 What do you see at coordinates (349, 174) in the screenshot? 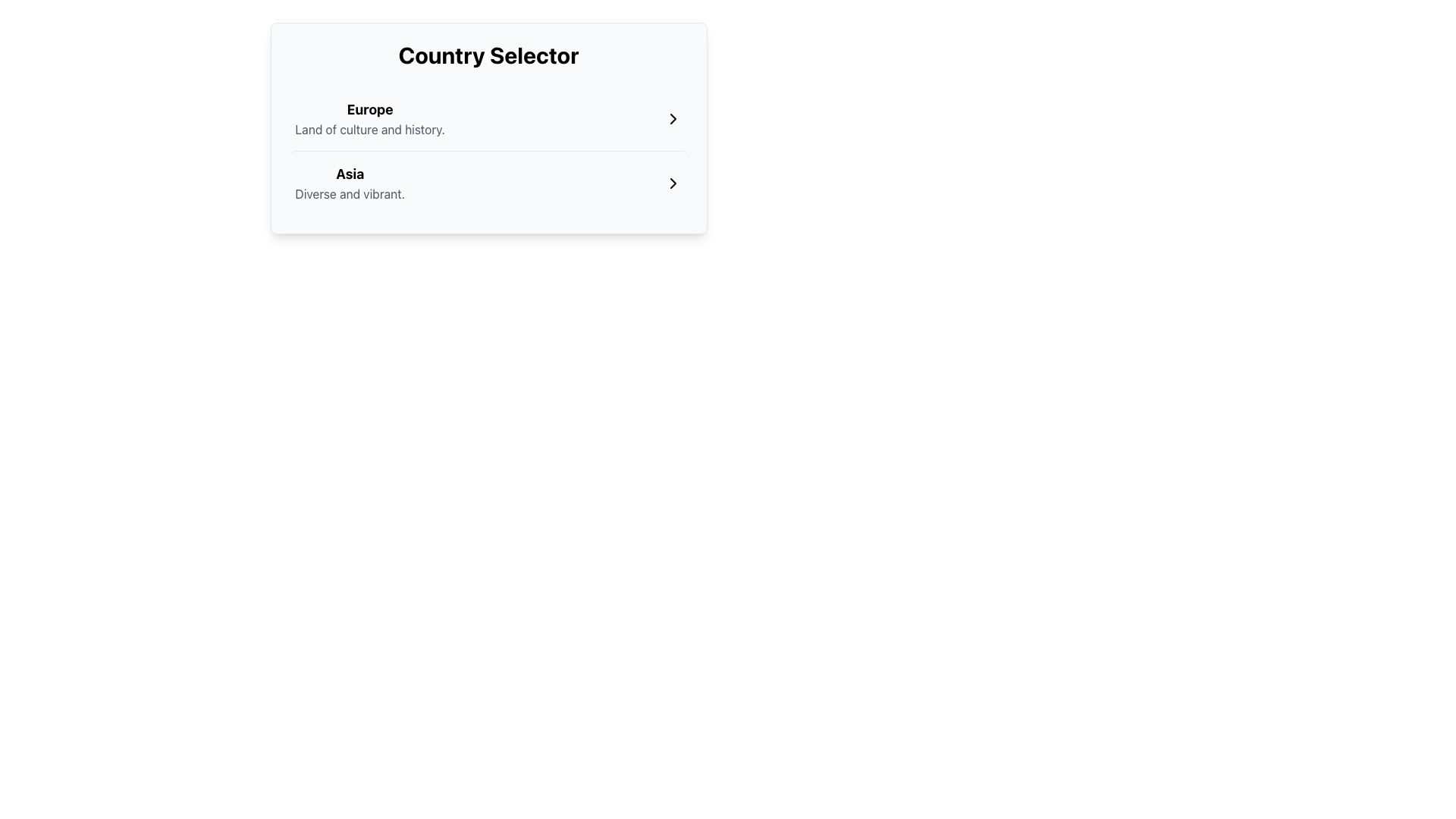
I see `text label displaying 'Asia', which is positioned beneath the title 'Country Selector' and above the description 'Diverse and vibrant'` at bounding box center [349, 174].